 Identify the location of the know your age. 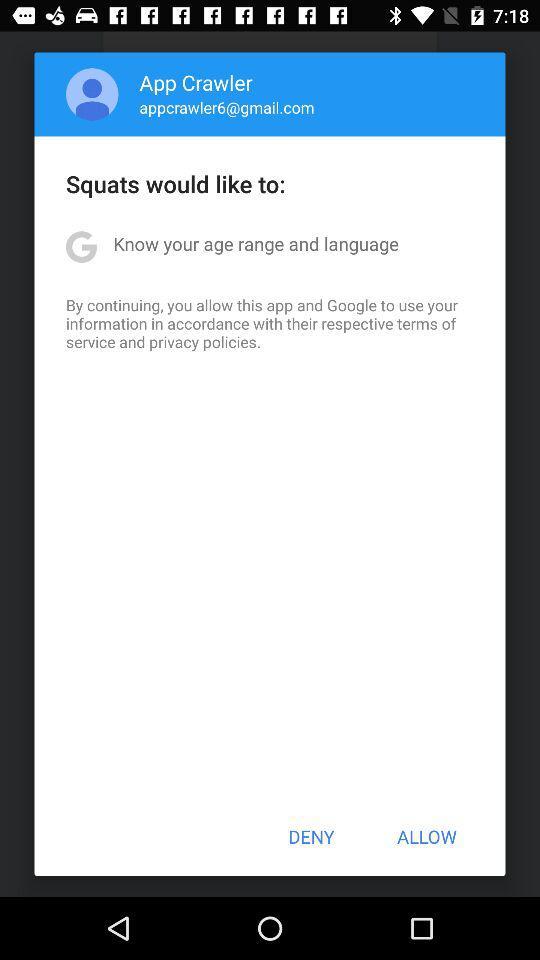
(256, 242).